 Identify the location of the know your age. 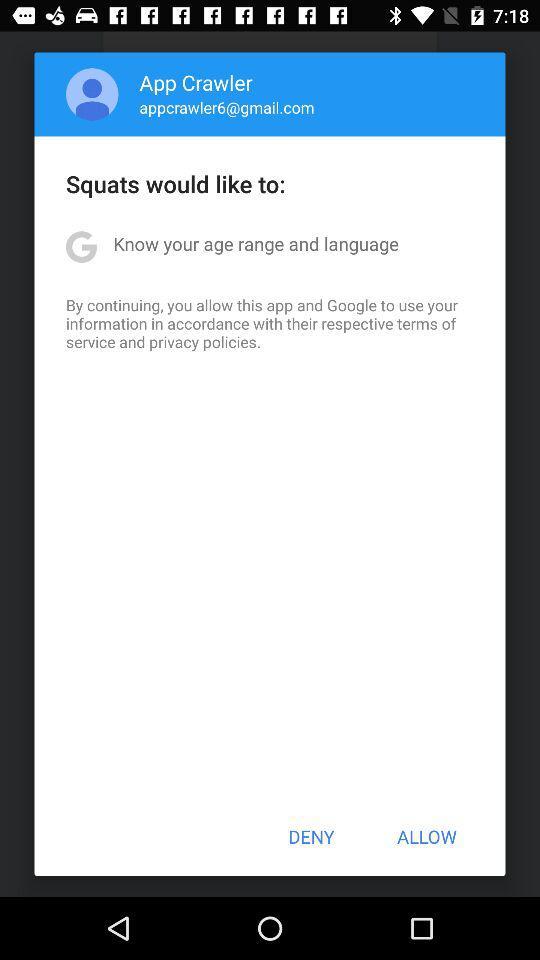
(256, 242).